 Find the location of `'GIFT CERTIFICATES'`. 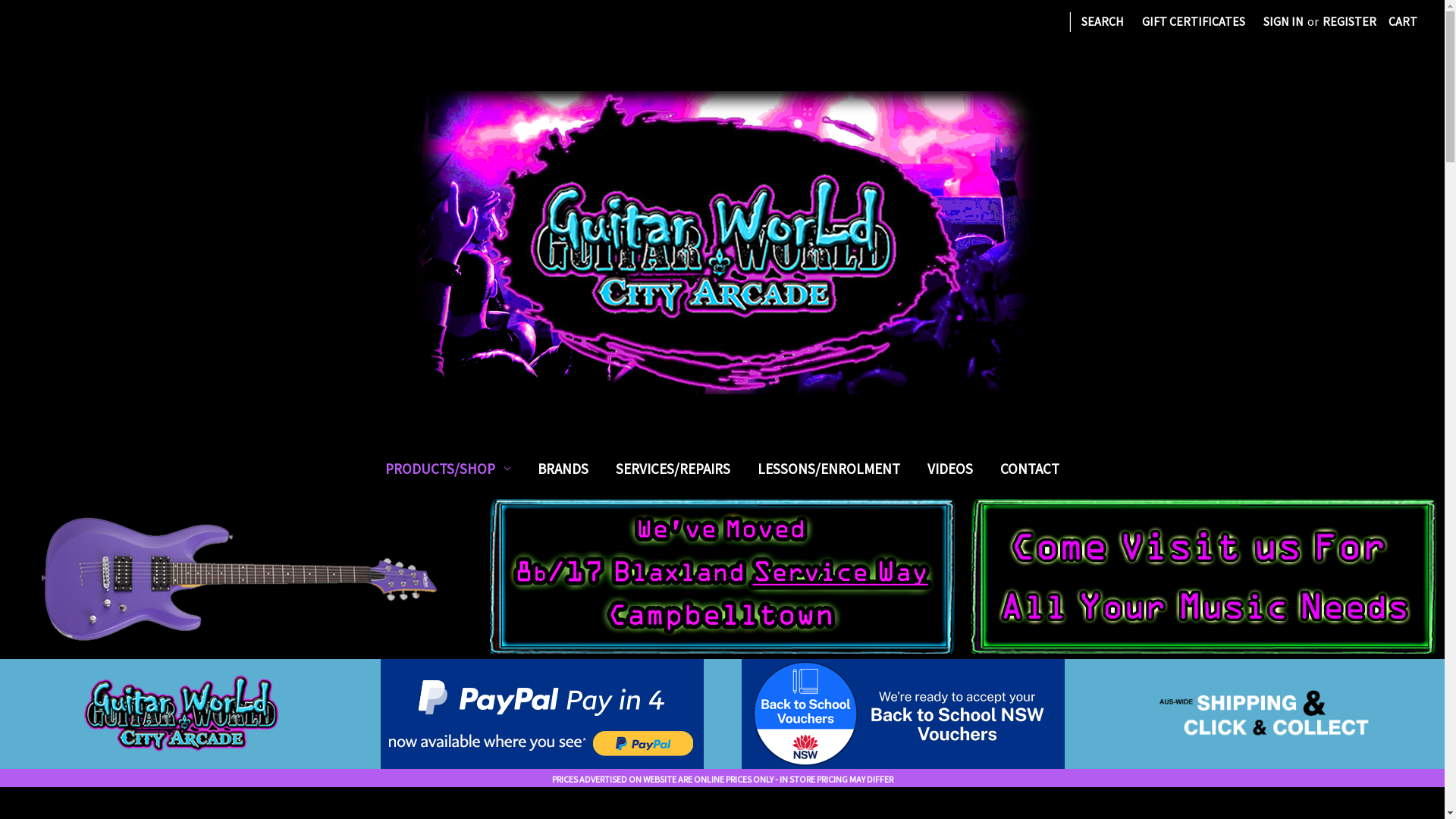

'GIFT CERTIFICATES' is located at coordinates (1193, 20).